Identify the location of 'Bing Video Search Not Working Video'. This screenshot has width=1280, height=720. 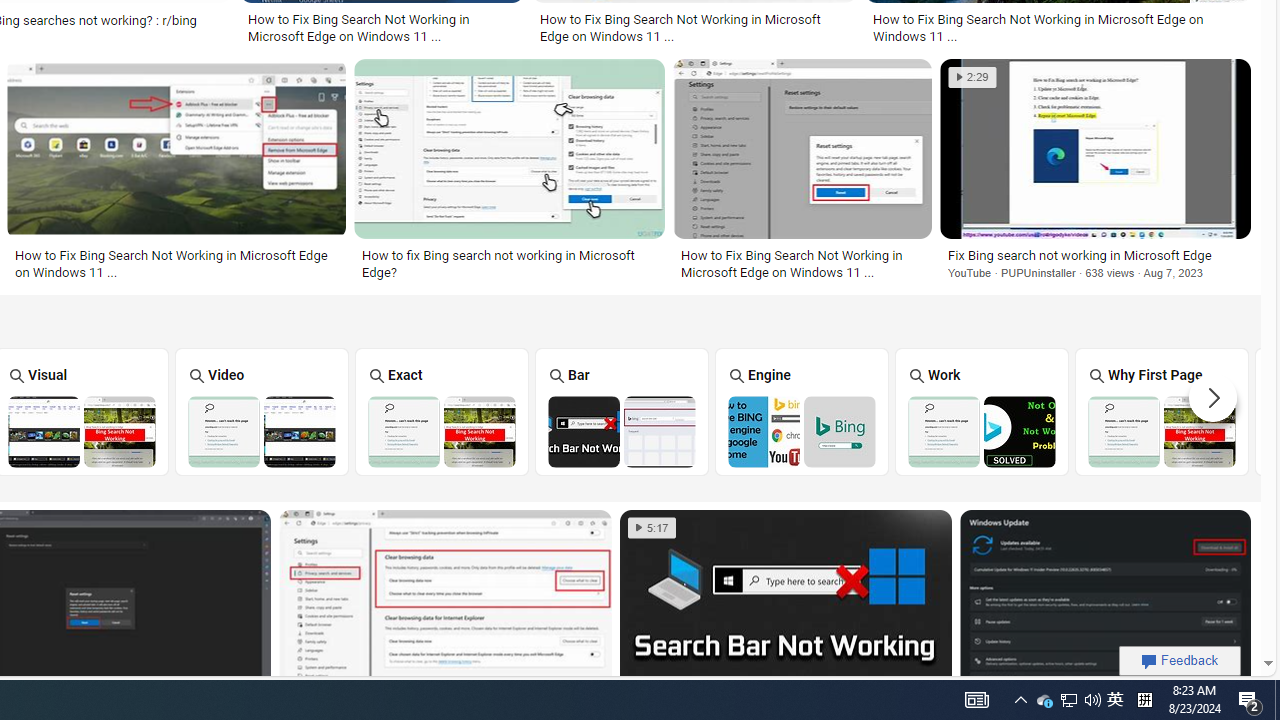
(261, 410).